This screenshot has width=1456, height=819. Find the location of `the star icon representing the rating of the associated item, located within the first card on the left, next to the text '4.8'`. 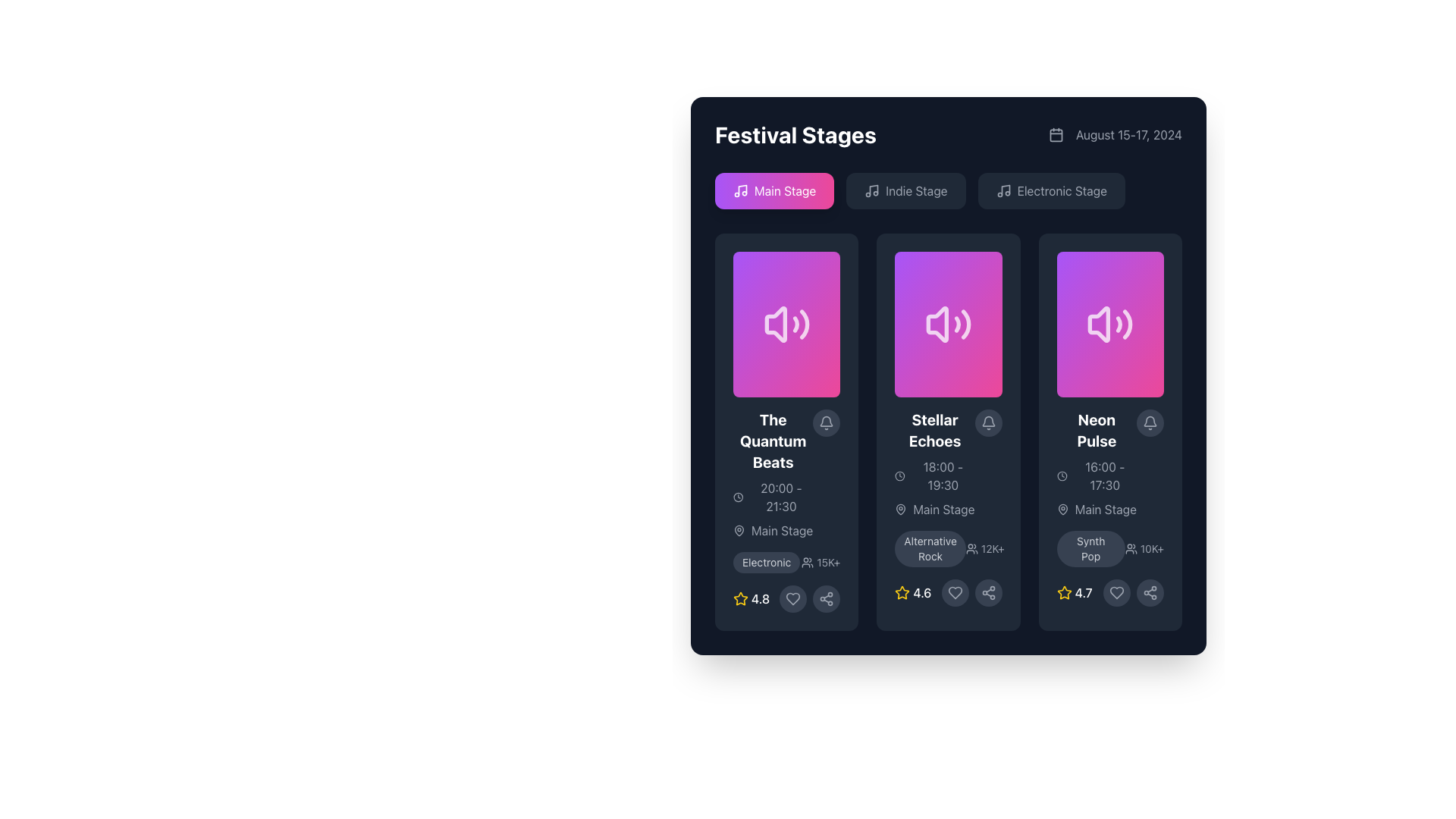

the star icon representing the rating of the associated item, located within the first card on the left, next to the text '4.8' is located at coordinates (741, 598).